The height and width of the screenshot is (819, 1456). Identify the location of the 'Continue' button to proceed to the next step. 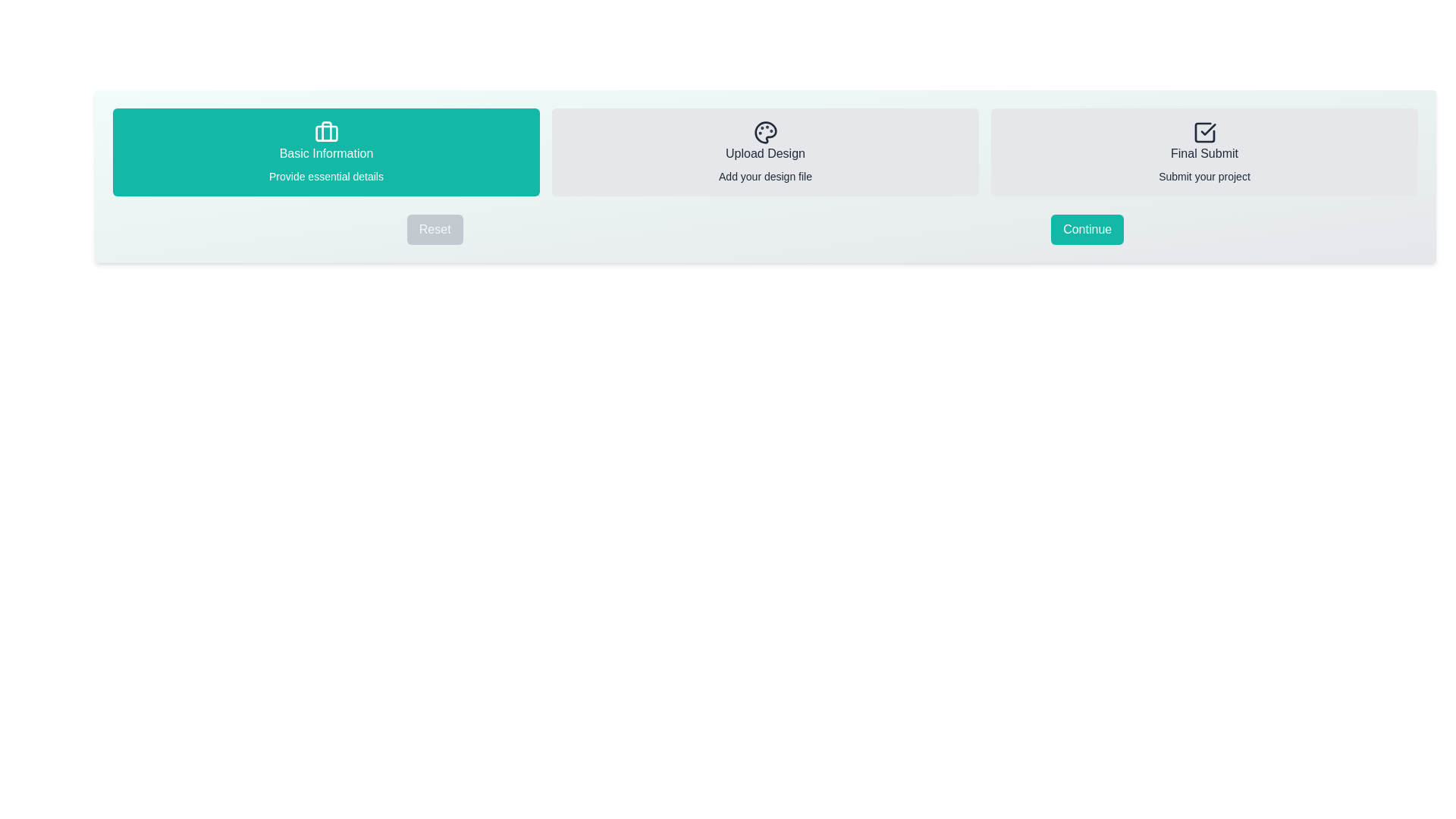
(1087, 230).